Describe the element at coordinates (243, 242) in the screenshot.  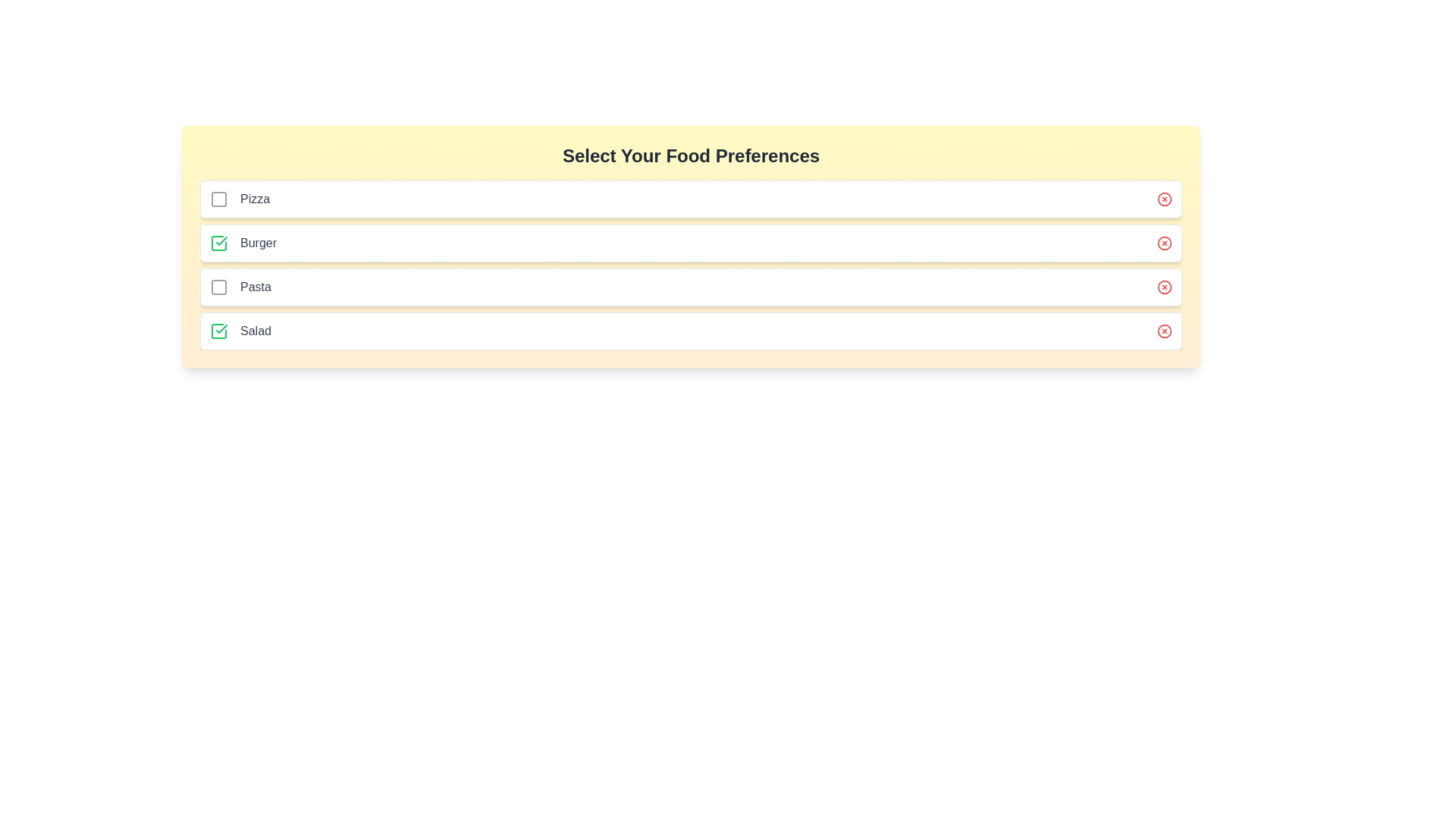
I see `the text label indicating the food preference 'Burger', which is the second item in the vertical list of food preferences, located next to the green checkmark icon` at that location.